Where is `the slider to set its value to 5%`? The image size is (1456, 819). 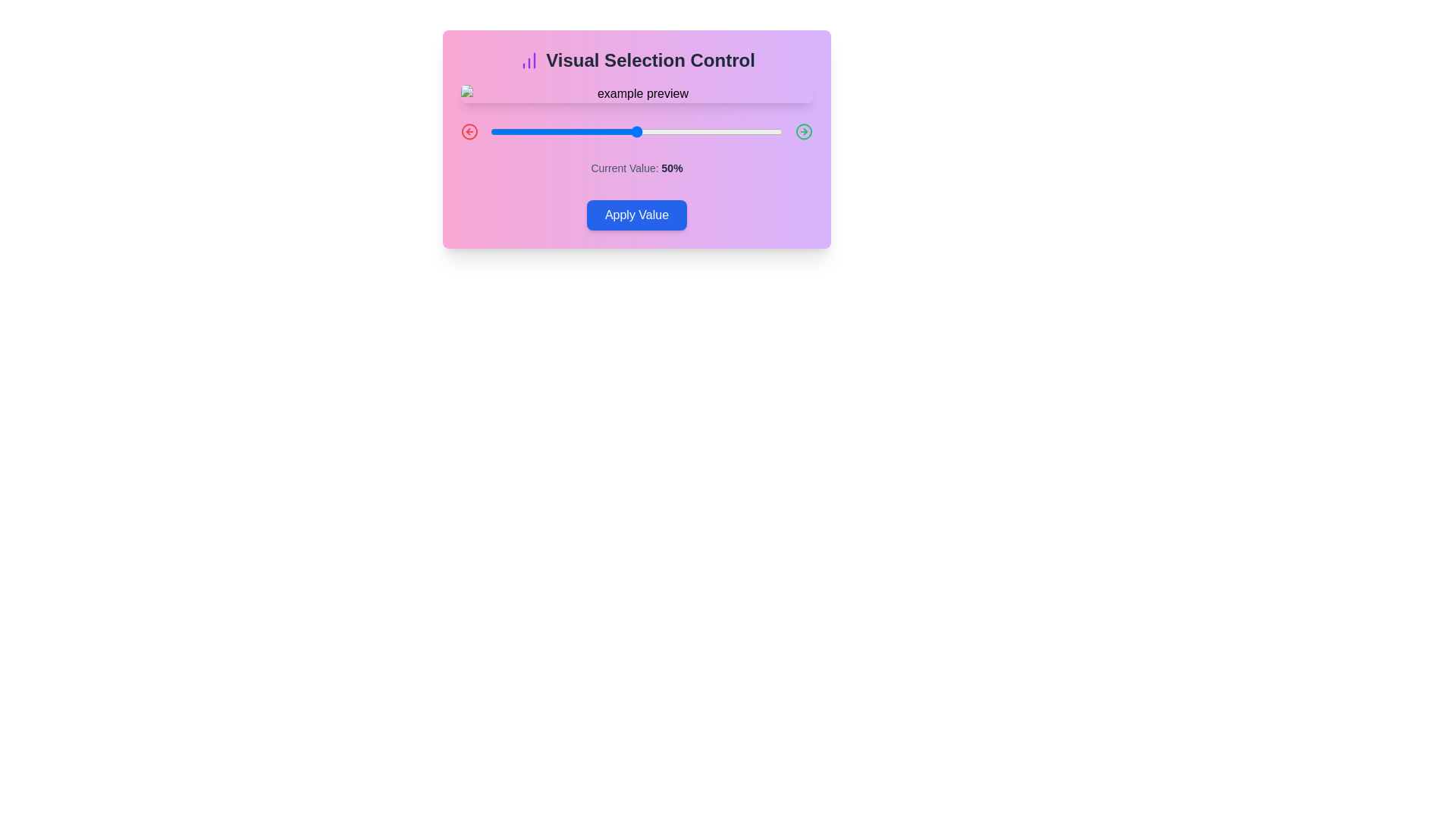
the slider to set its value to 5% is located at coordinates (505, 130).